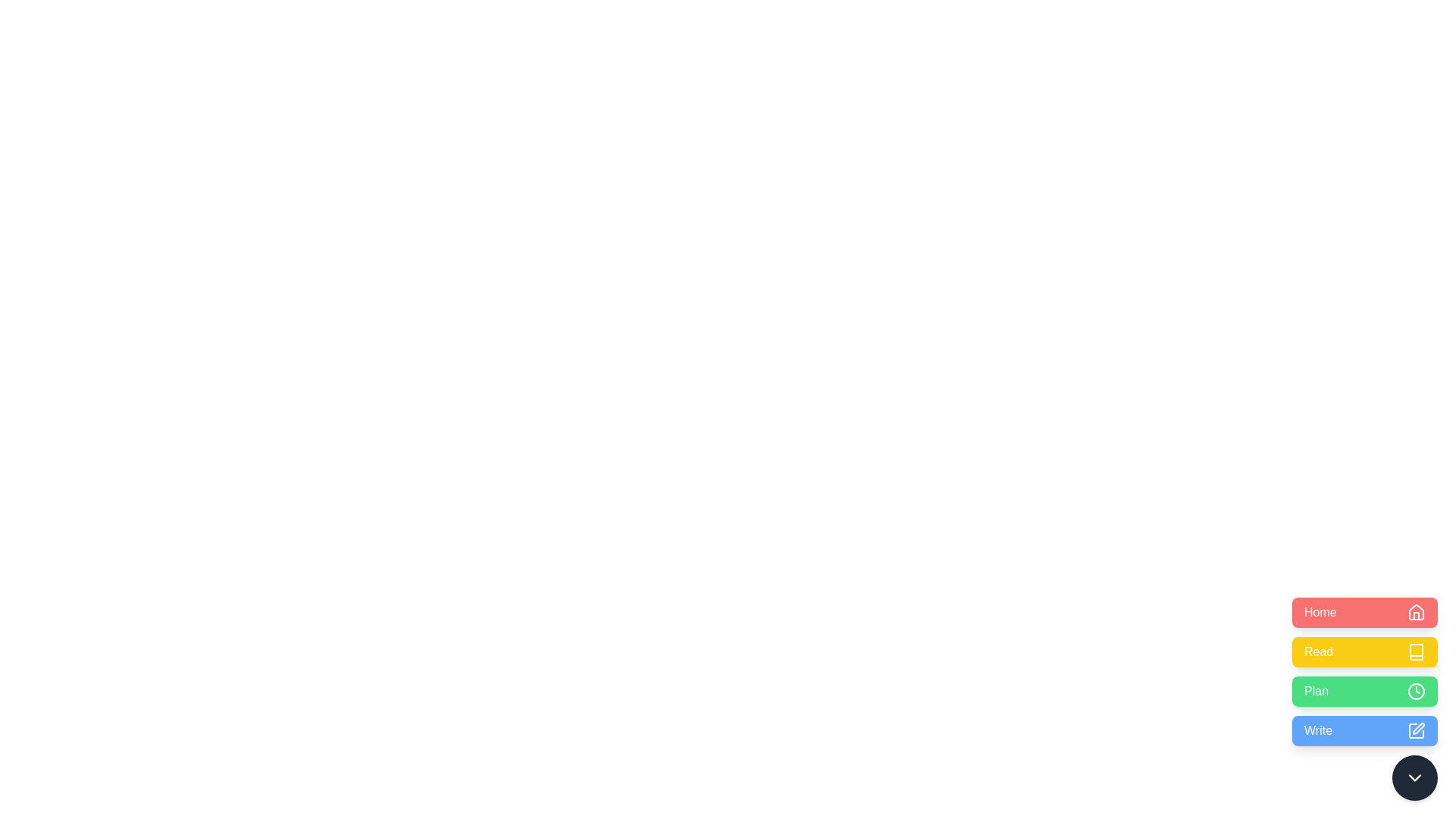  What do you see at coordinates (1365, 611) in the screenshot?
I see `the Home button` at bounding box center [1365, 611].